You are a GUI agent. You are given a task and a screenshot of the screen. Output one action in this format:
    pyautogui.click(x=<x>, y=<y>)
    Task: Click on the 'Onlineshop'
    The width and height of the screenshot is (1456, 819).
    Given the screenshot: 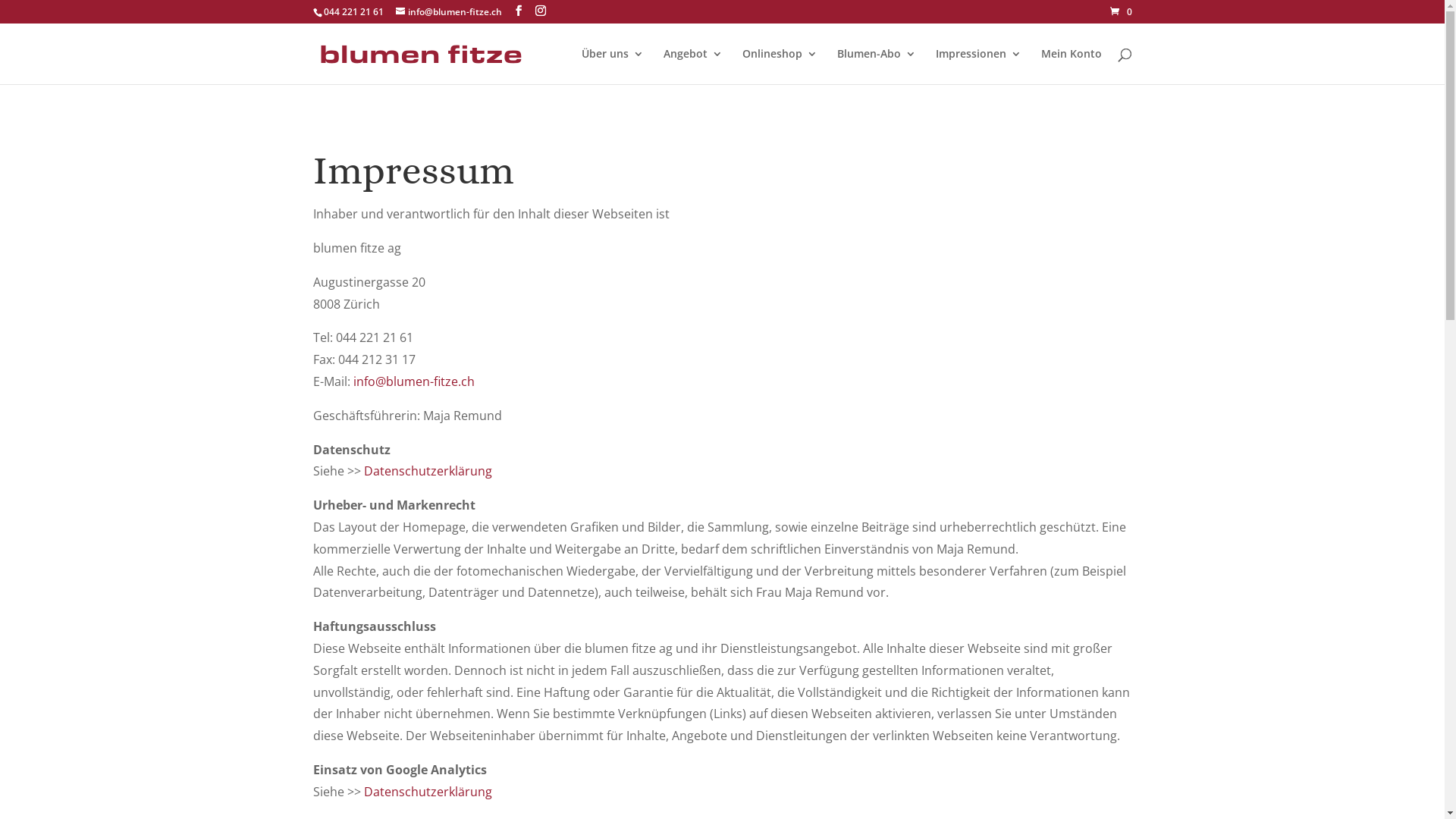 What is the action you would take?
    pyautogui.click(x=742, y=65)
    